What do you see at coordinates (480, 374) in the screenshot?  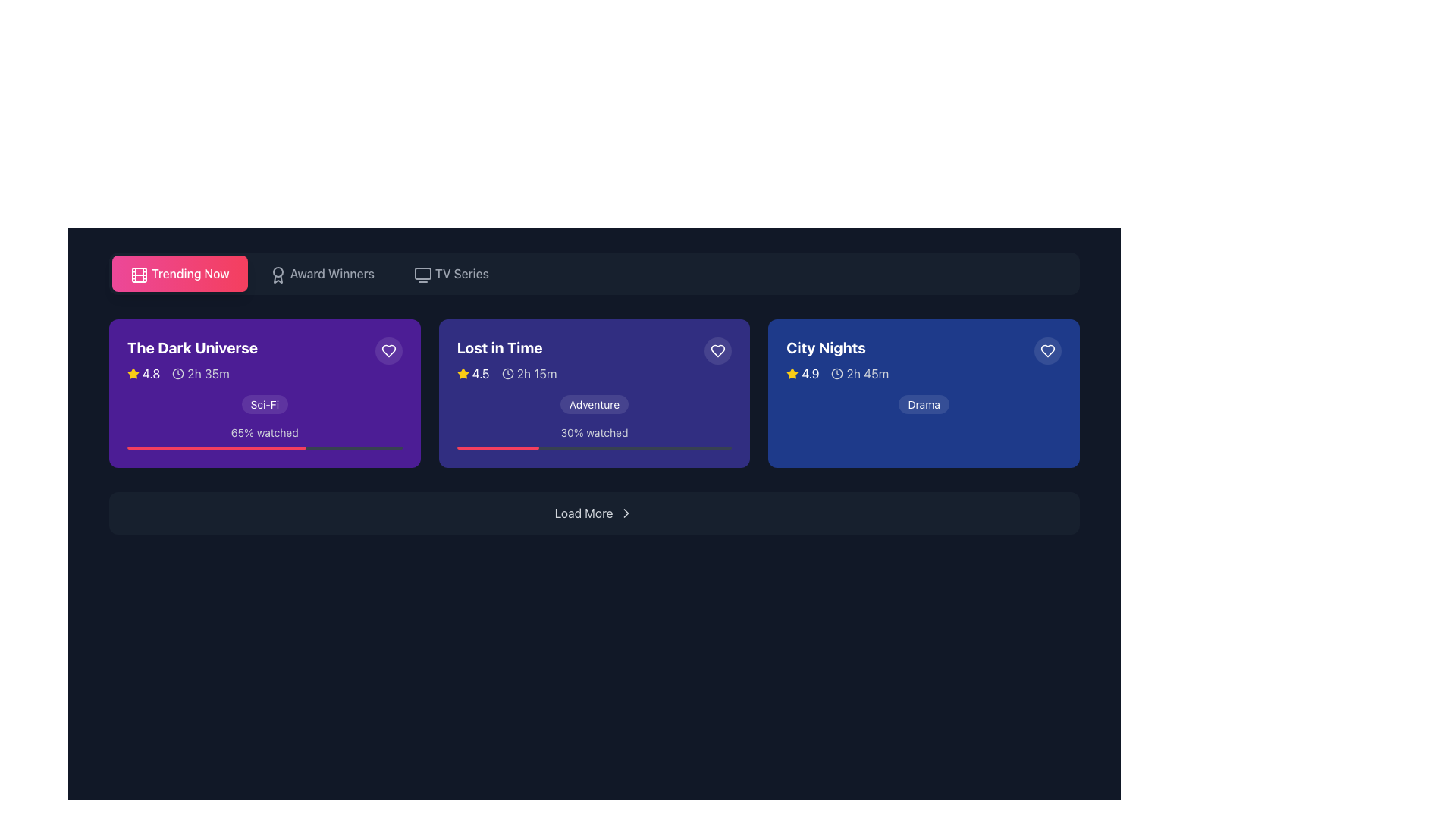 I see `the numerical value '4.5' displayed in white color on a purple background, located within the 'Lost in Time' card to the right of a yellow star icon` at bounding box center [480, 374].